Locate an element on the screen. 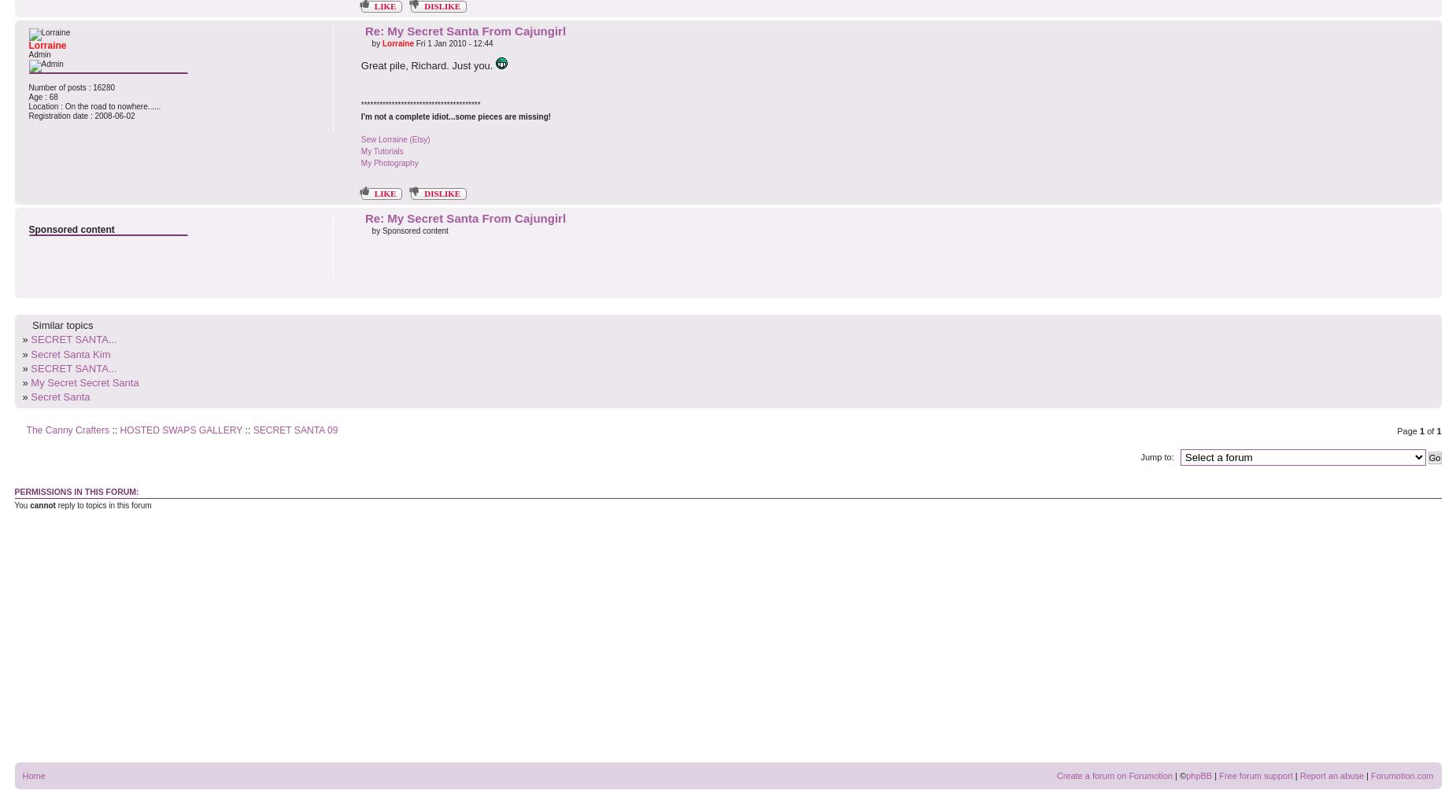  'Registration date :' is located at coordinates (61, 115).